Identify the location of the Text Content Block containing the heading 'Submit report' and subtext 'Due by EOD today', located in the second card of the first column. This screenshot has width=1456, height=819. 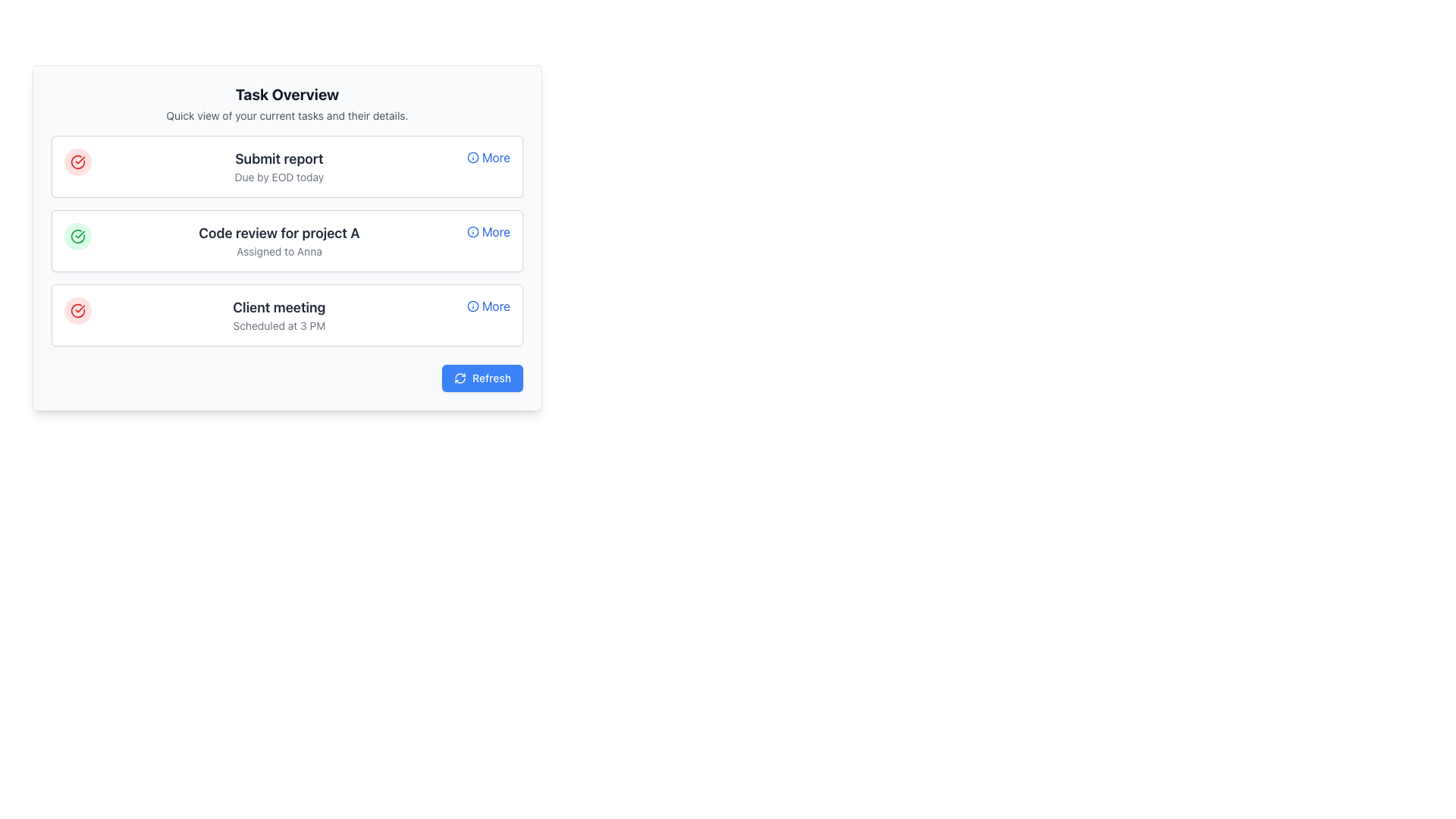
(279, 166).